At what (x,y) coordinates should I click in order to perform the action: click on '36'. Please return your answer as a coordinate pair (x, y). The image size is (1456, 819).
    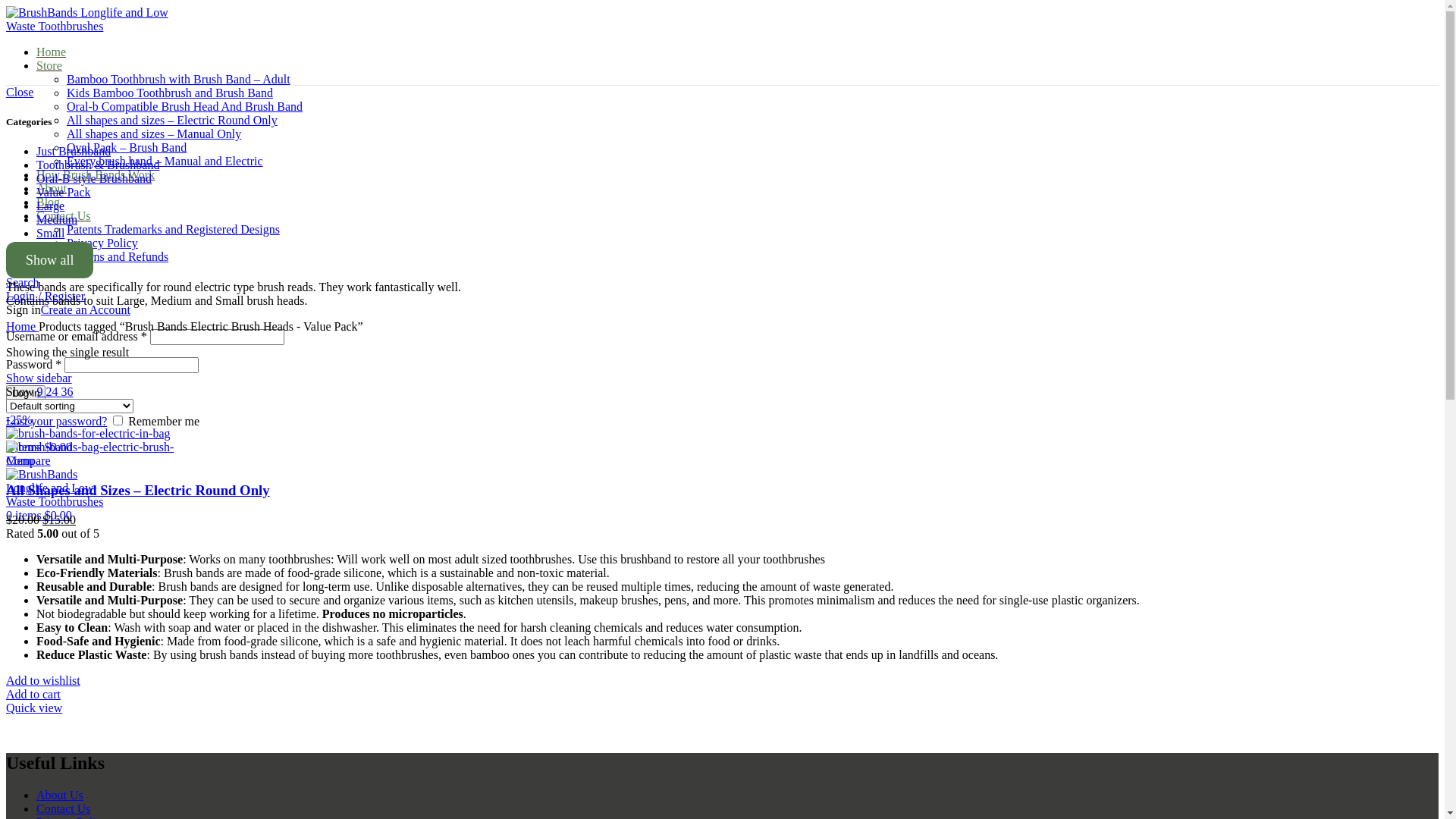
    Looking at the image, I should click on (61, 391).